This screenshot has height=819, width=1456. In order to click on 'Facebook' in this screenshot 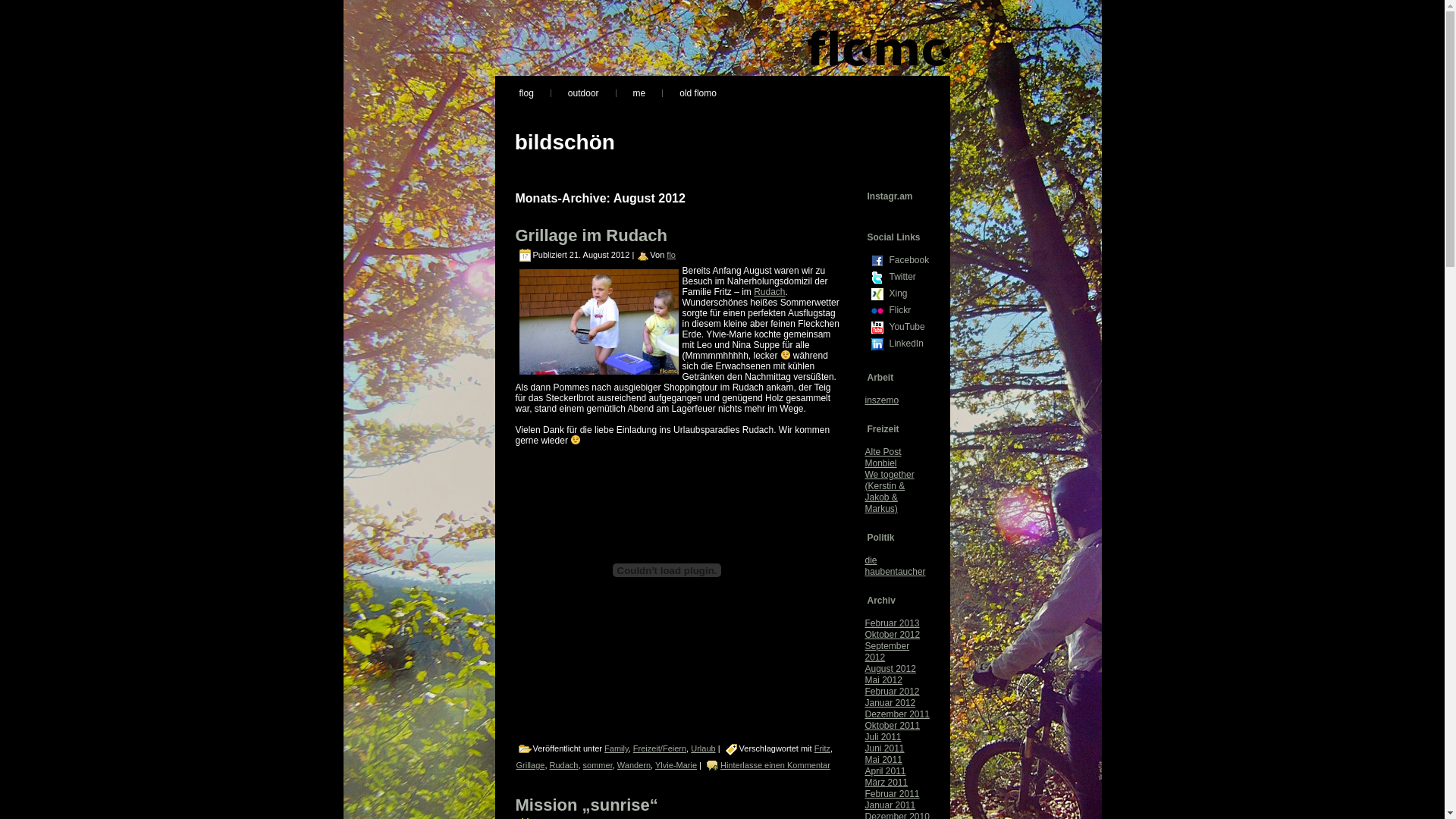, I will do `click(870, 259)`.